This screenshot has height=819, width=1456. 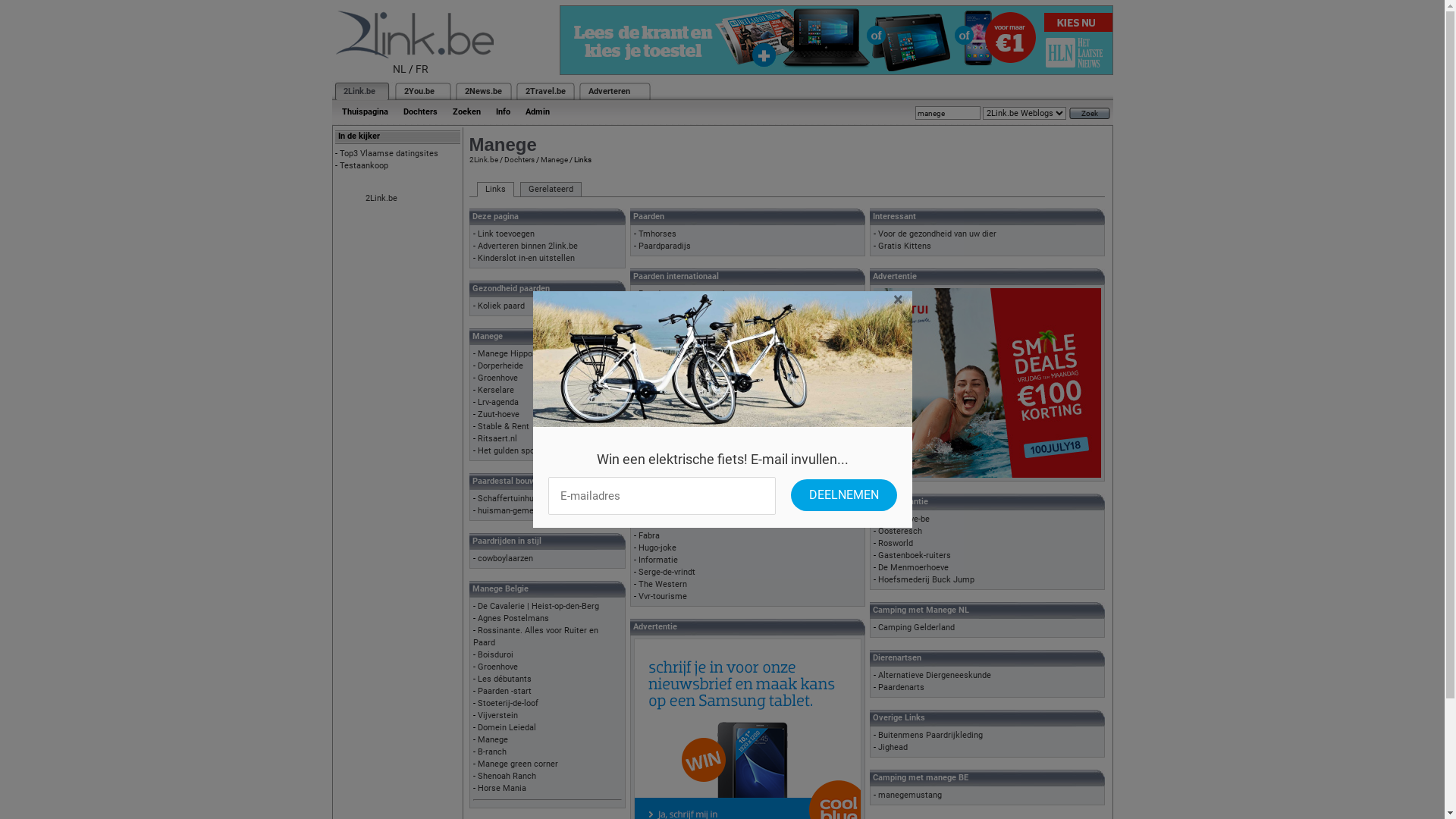 I want to click on 'Jighead', so click(x=893, y=746).